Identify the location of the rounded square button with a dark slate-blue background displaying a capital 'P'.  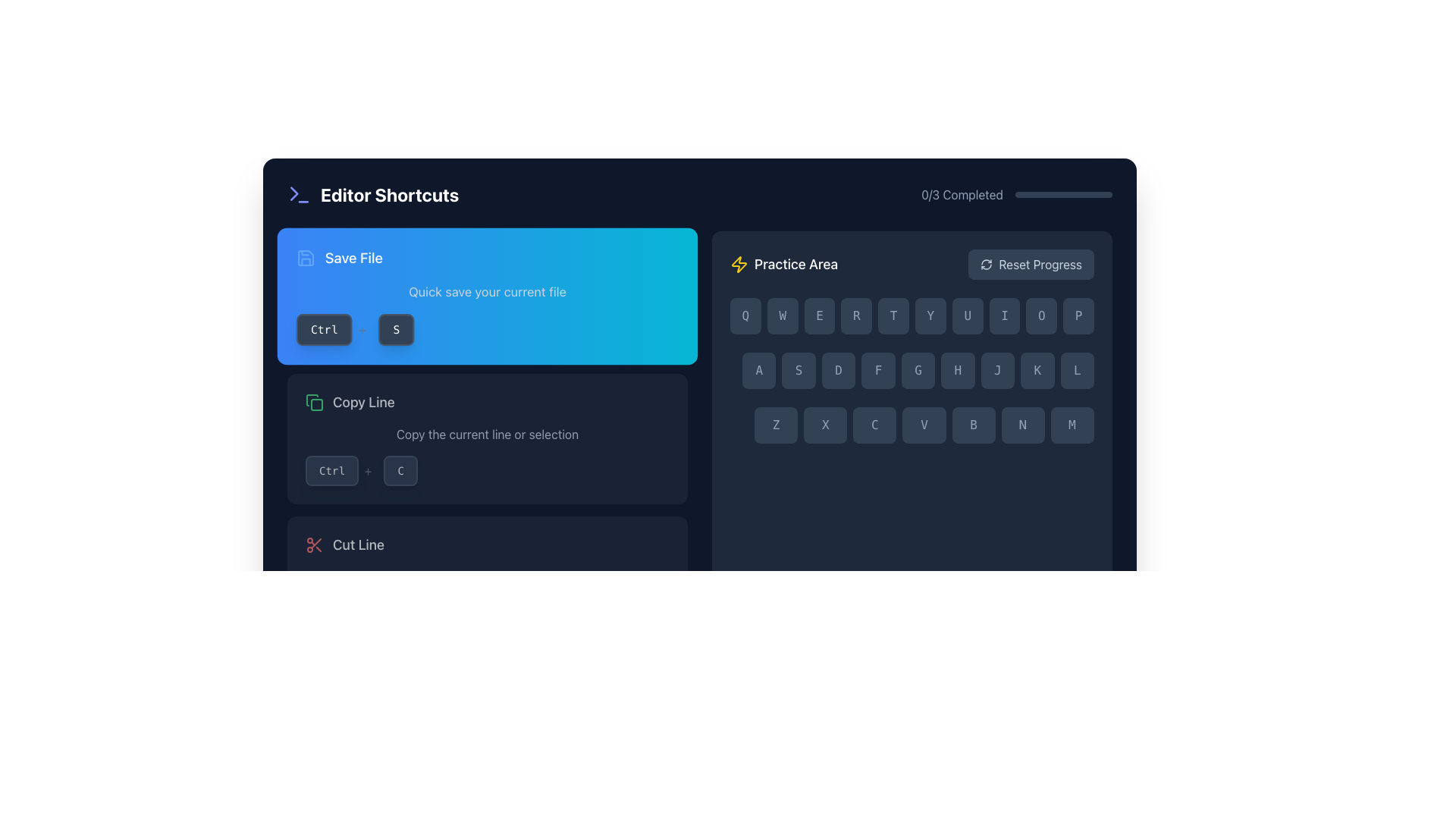
(1078, 315).